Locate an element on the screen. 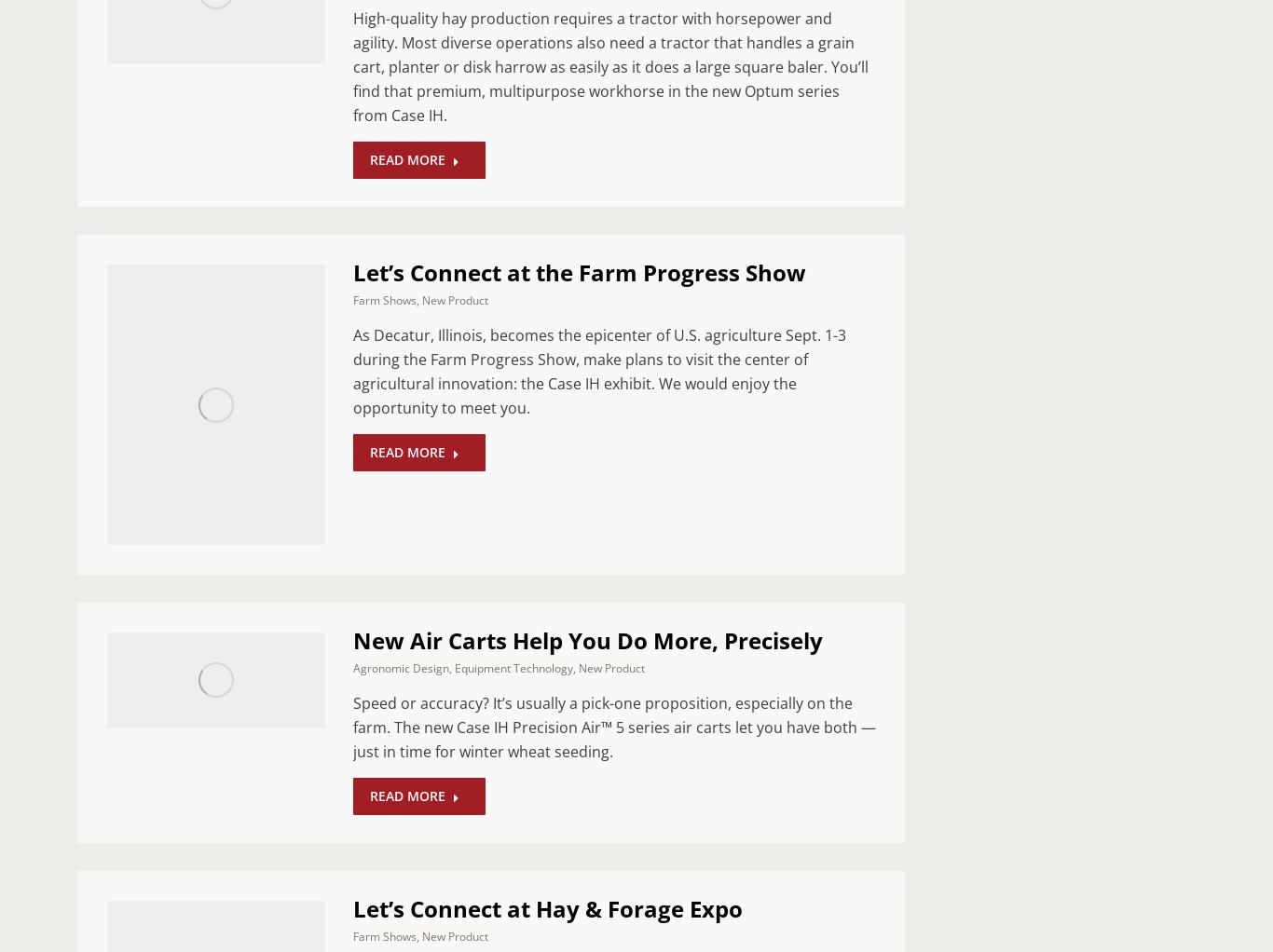 Image resolution: width=1273 pixels, height=952 pixels. 'New Air Carts Help You Do More, Precisely' is located at coordinates (352, 638).